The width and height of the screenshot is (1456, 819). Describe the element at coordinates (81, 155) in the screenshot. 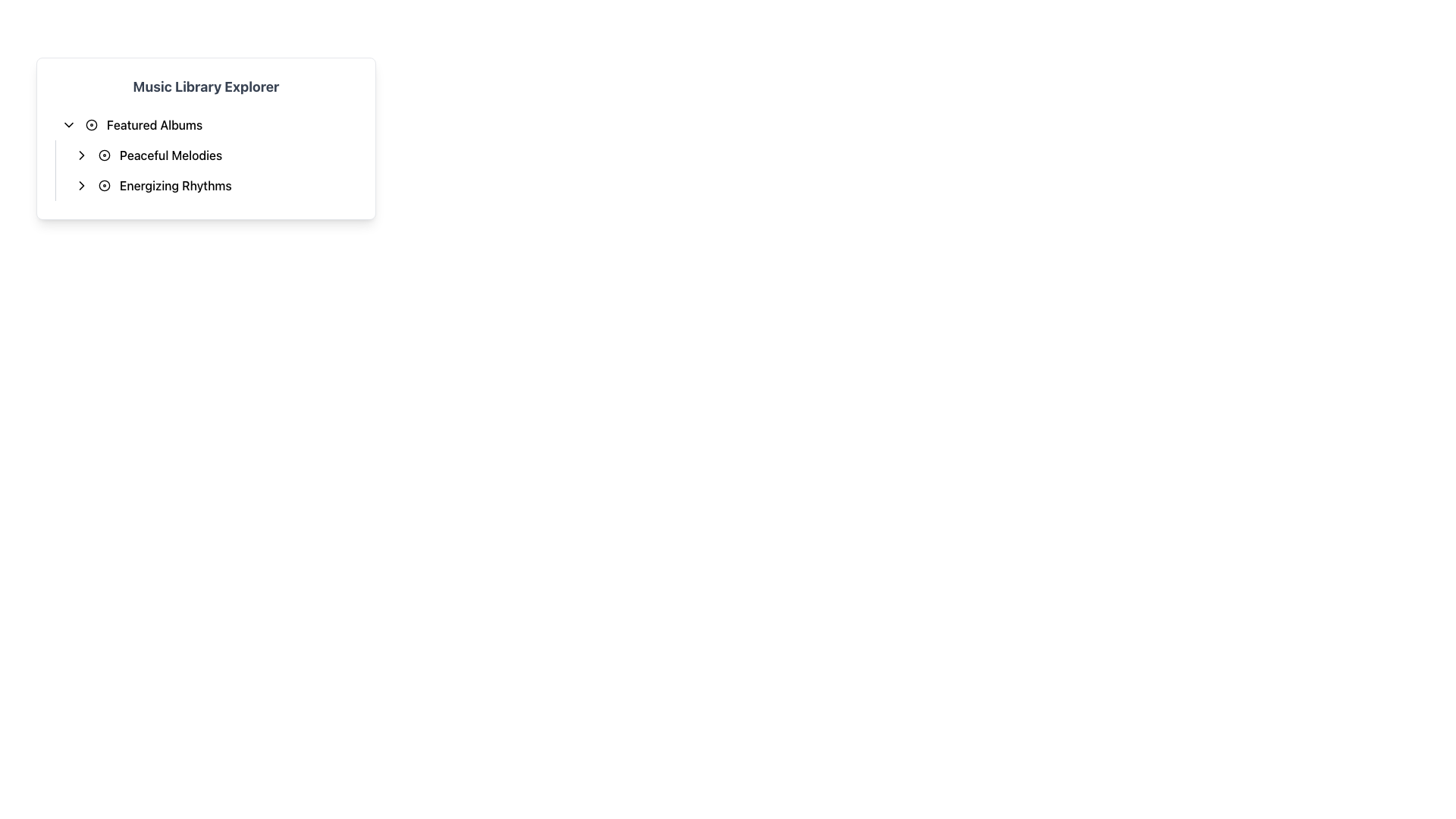

I see `the chevron icon next to 'Peaceful Melodies' in the 'Music Library Explorer' interface` at that location.